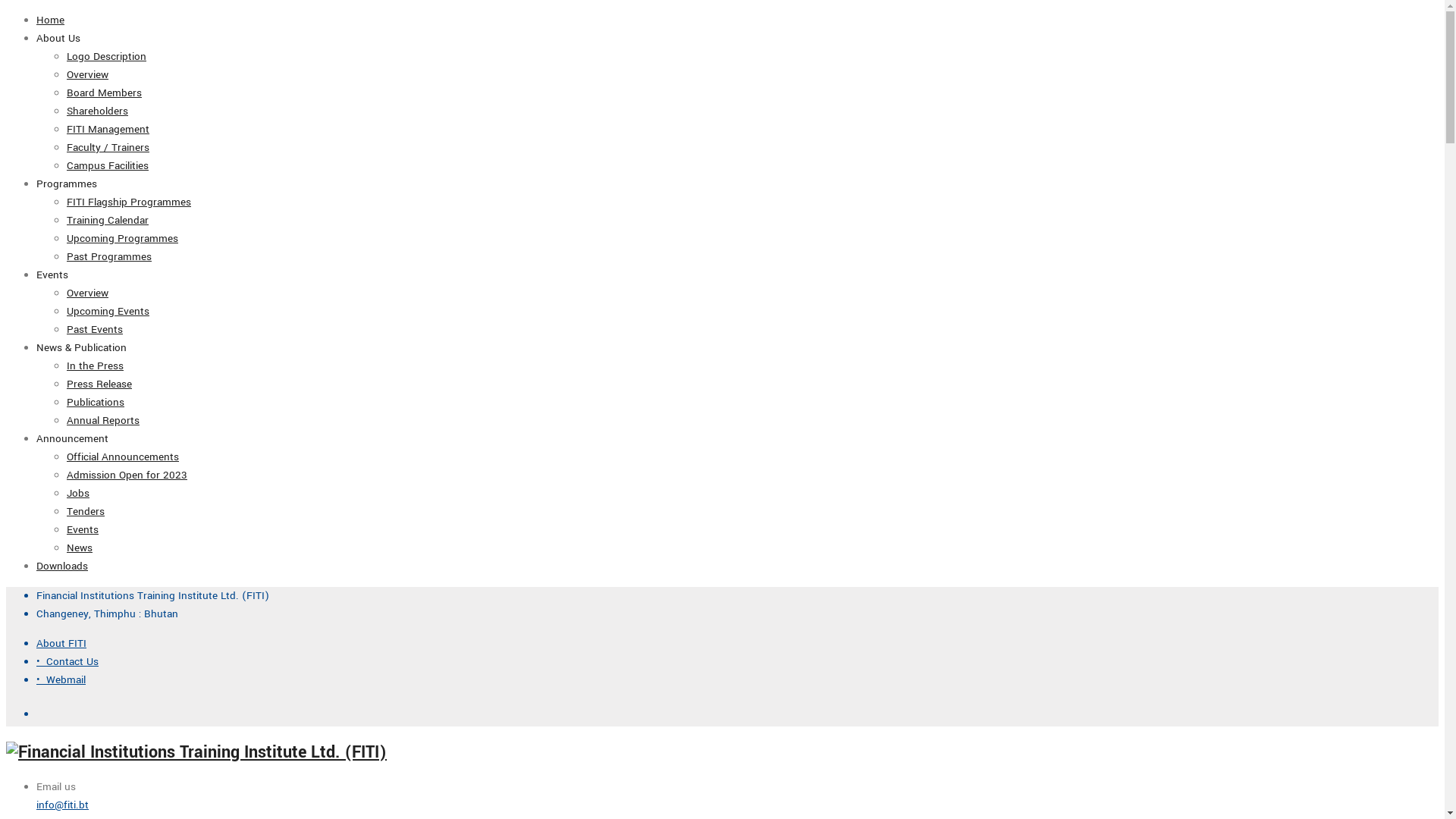 This screenshot has width=1456, height=819. What do you see at coordinates (107, 147) in the screenshot?
I see `'Faculty / Trainers'` at bounding box center [107, 147].